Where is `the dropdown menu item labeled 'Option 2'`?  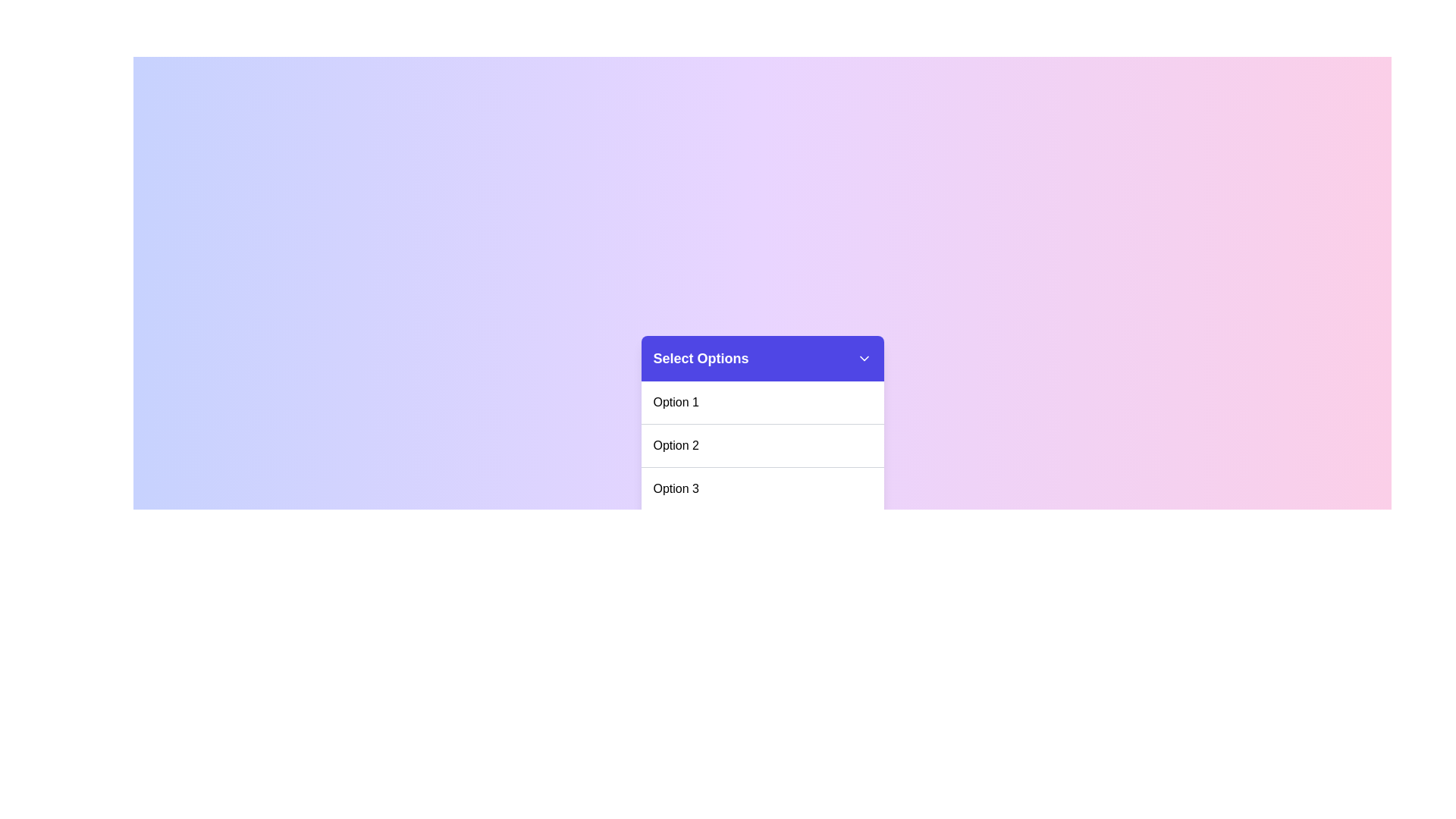
the dropdown menu item labeled 'Option 2' is located at coordinates (675, 444).